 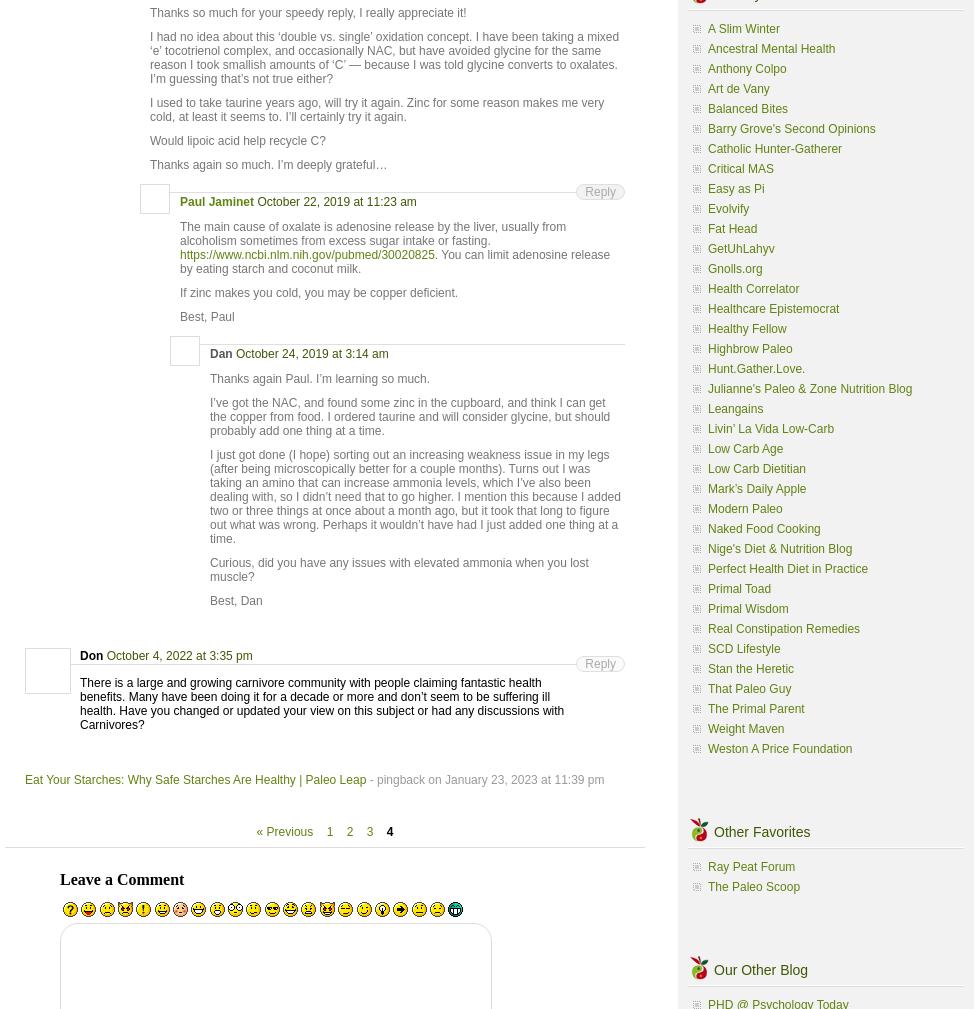 I want to click on 'I just got done (I hope) sorting out an increasing weakness issue in my legs (after being microscopically better for a couple months). Turns out I was taking an amino that can increase ammonia levels, which I’ve also been dealing with, so I didn’t need that to go higher. I mention this because I added two or three things at once about a month ago, but it took that long to figure out what was wrong. Perhaps it wouldn’t have had I just added one thing at a time.', so click(x=415, y=496).